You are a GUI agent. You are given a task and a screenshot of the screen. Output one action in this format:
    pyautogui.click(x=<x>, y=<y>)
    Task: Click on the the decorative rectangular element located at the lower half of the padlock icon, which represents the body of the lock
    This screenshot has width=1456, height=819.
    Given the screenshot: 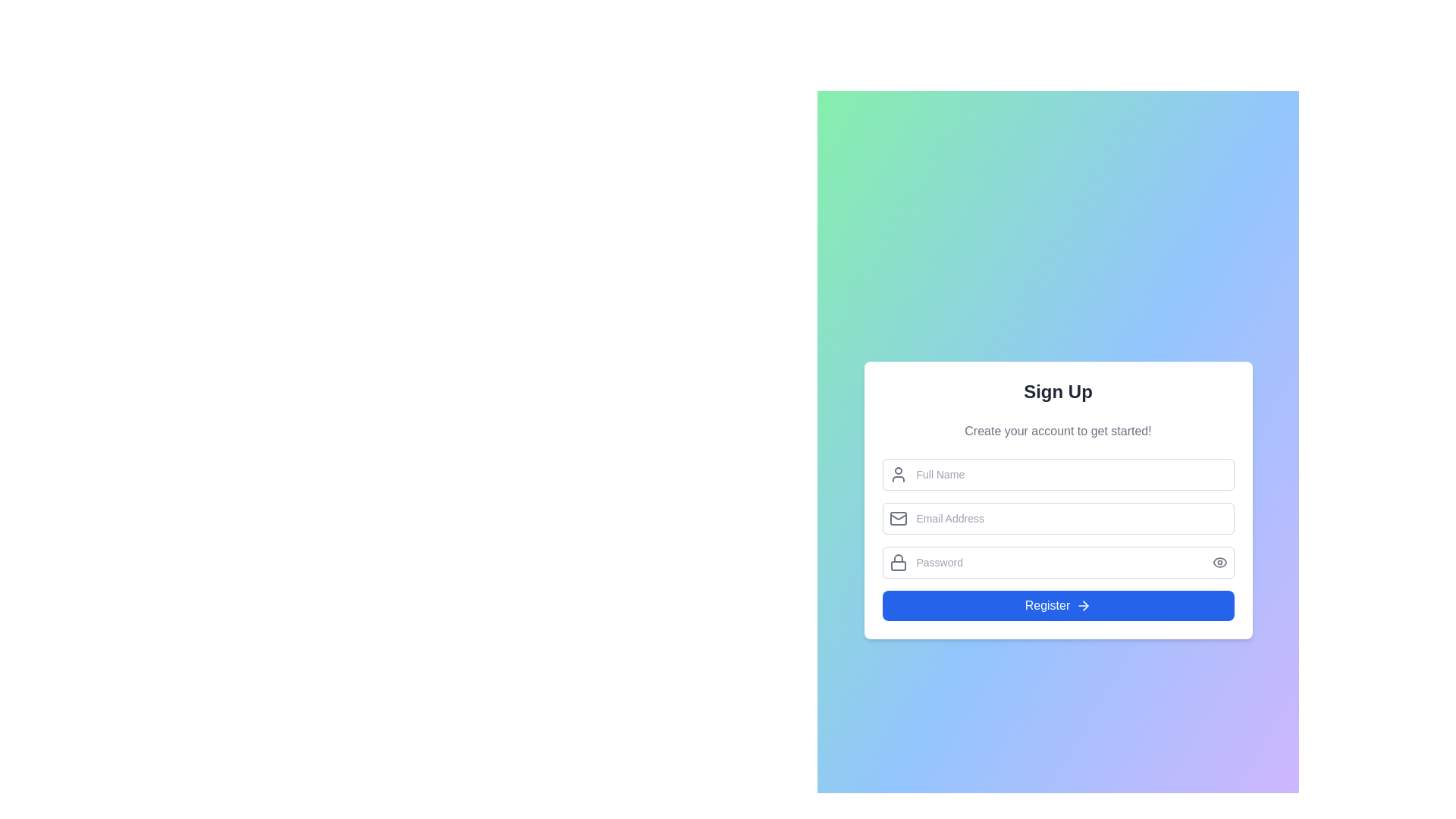 What is the action you would take?
    pyautogui.click(x=898, y=566)
    